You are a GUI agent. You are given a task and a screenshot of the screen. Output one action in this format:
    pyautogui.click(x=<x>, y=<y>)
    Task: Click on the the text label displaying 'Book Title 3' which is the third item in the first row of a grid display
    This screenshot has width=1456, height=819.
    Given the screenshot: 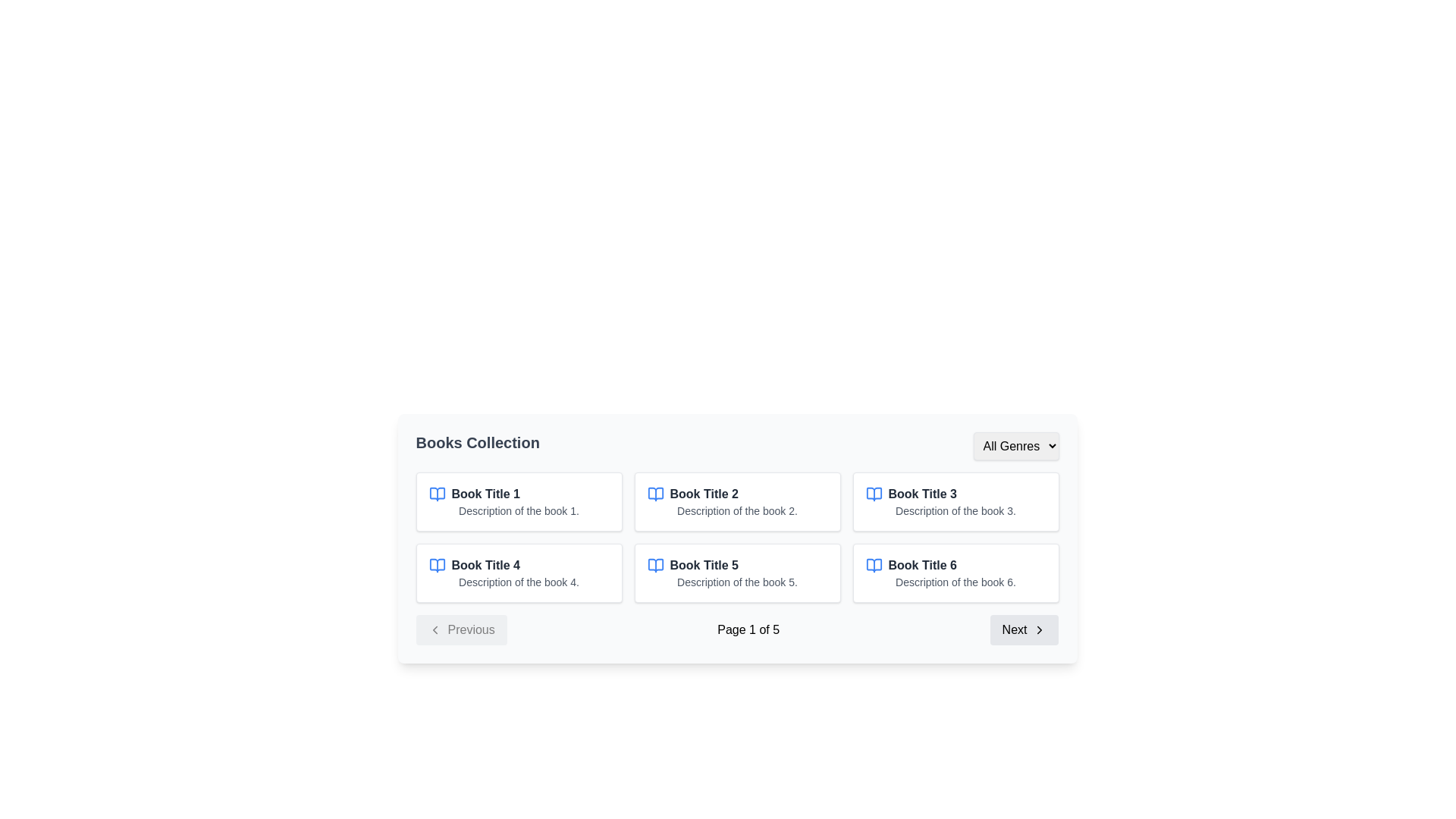 What is the action you would take?
    pyautogui.click(x=921, y=494)
    